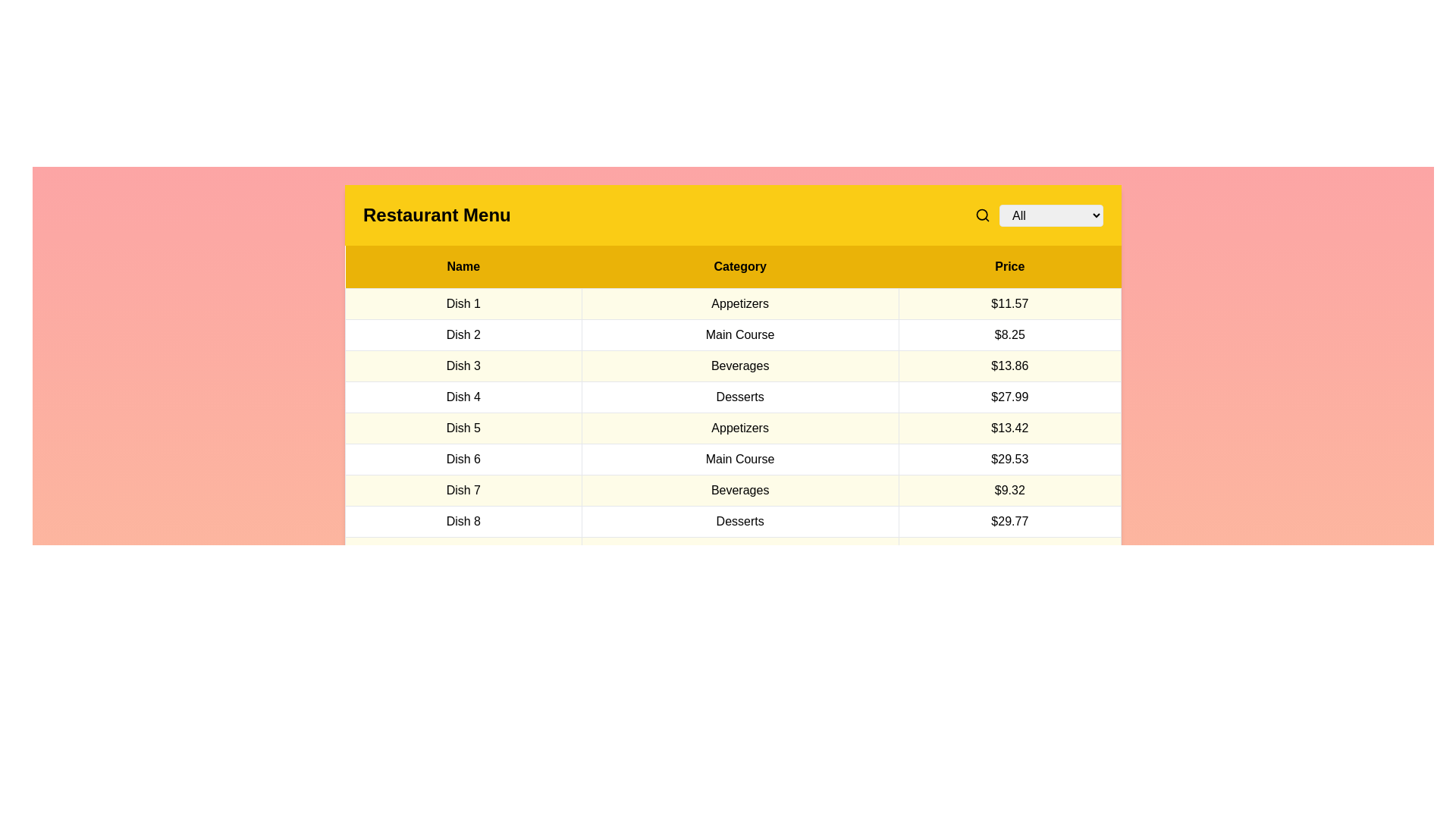 This screenshot has height=819, width=1456. Describe the element at coordinates (1050, 215) in the screenshot. I see `the category Desserts in the dropdown menu` at that location.